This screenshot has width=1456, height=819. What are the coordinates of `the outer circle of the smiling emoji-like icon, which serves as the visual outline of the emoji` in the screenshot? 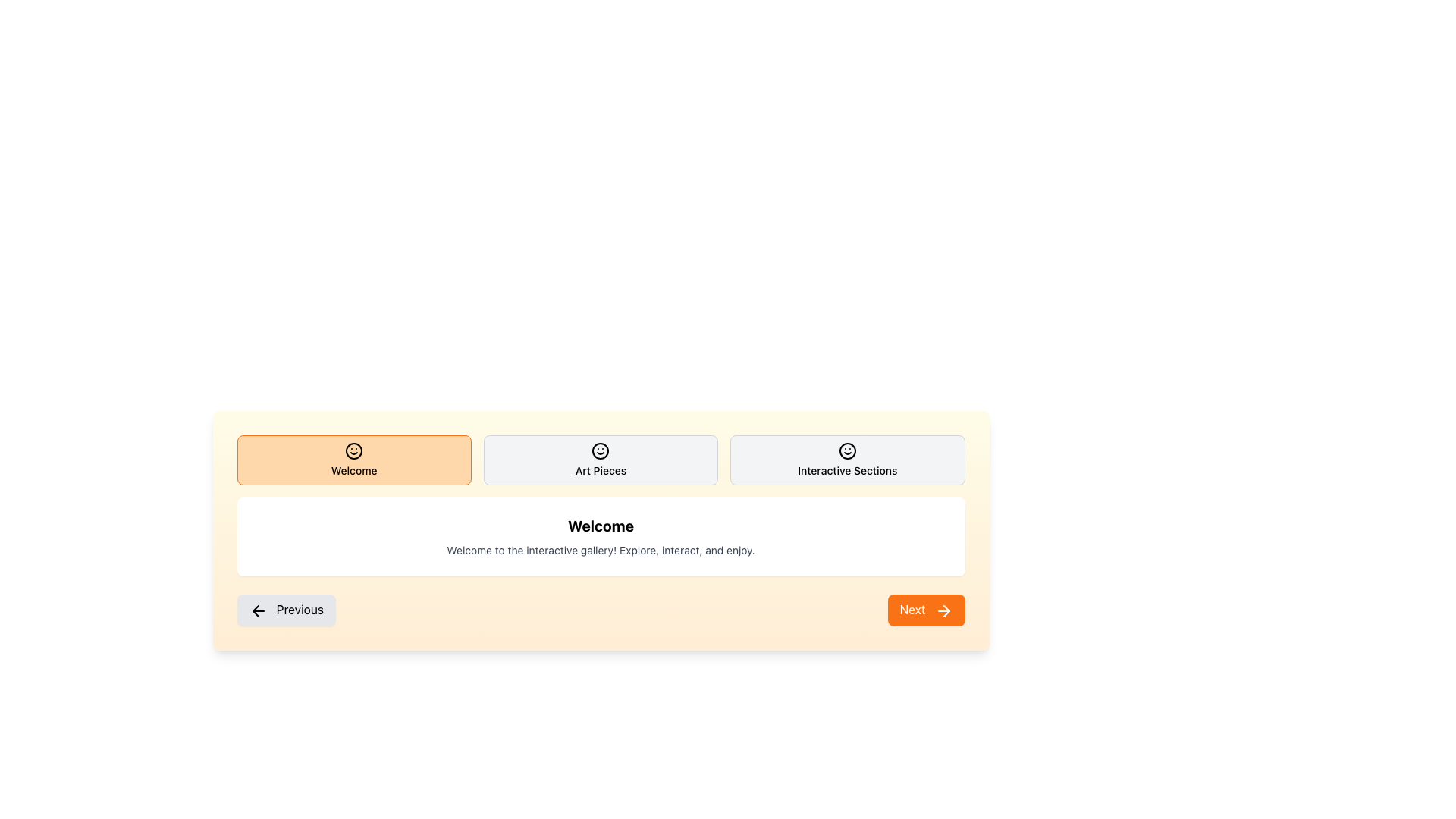 It's located at (846, 450).